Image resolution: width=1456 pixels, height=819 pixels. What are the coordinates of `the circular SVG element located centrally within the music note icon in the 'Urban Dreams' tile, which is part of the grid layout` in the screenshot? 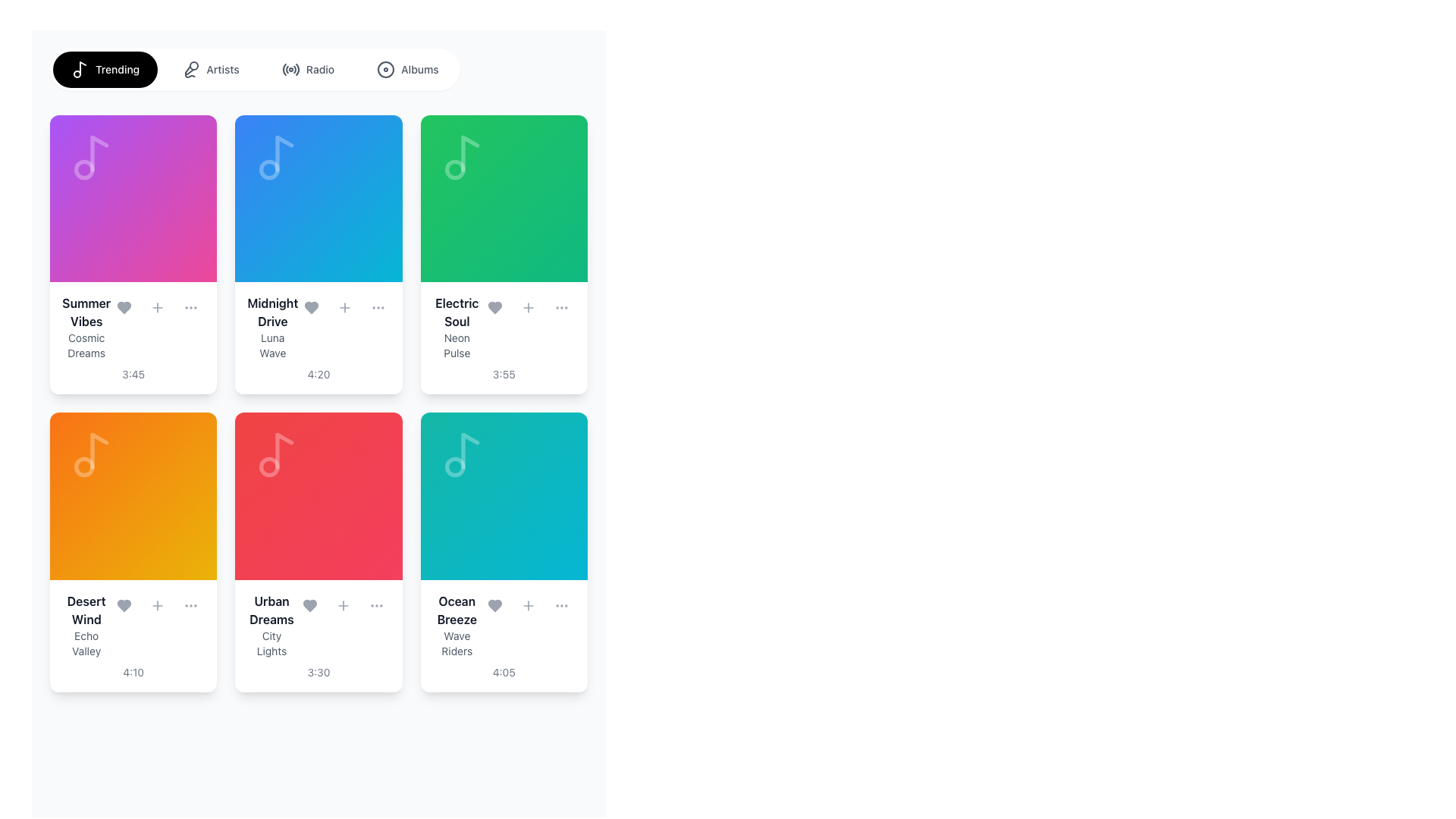 It's located at (269, 466).